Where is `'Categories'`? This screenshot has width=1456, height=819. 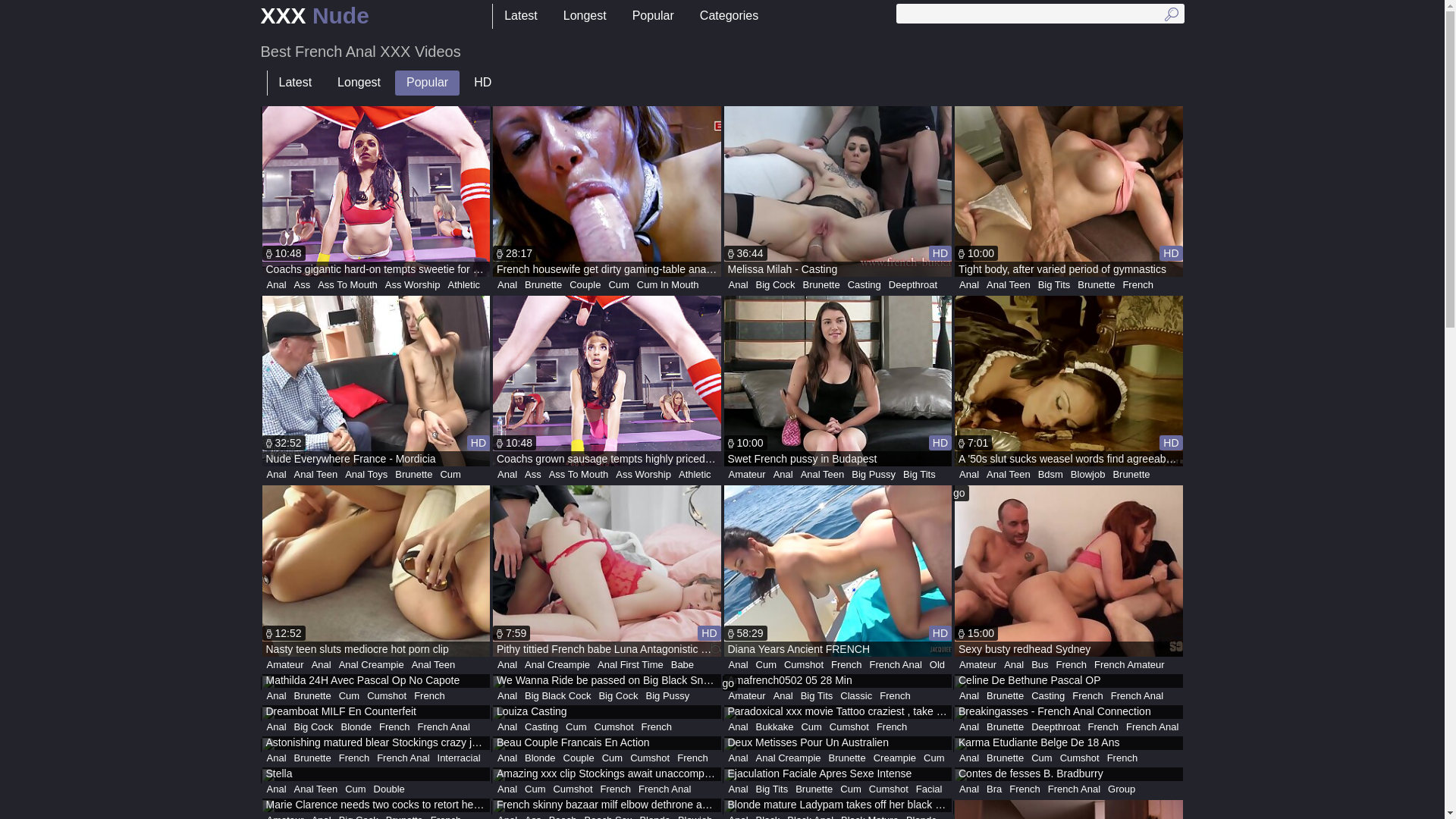 'Categories' is located at coordinates (729, 16).